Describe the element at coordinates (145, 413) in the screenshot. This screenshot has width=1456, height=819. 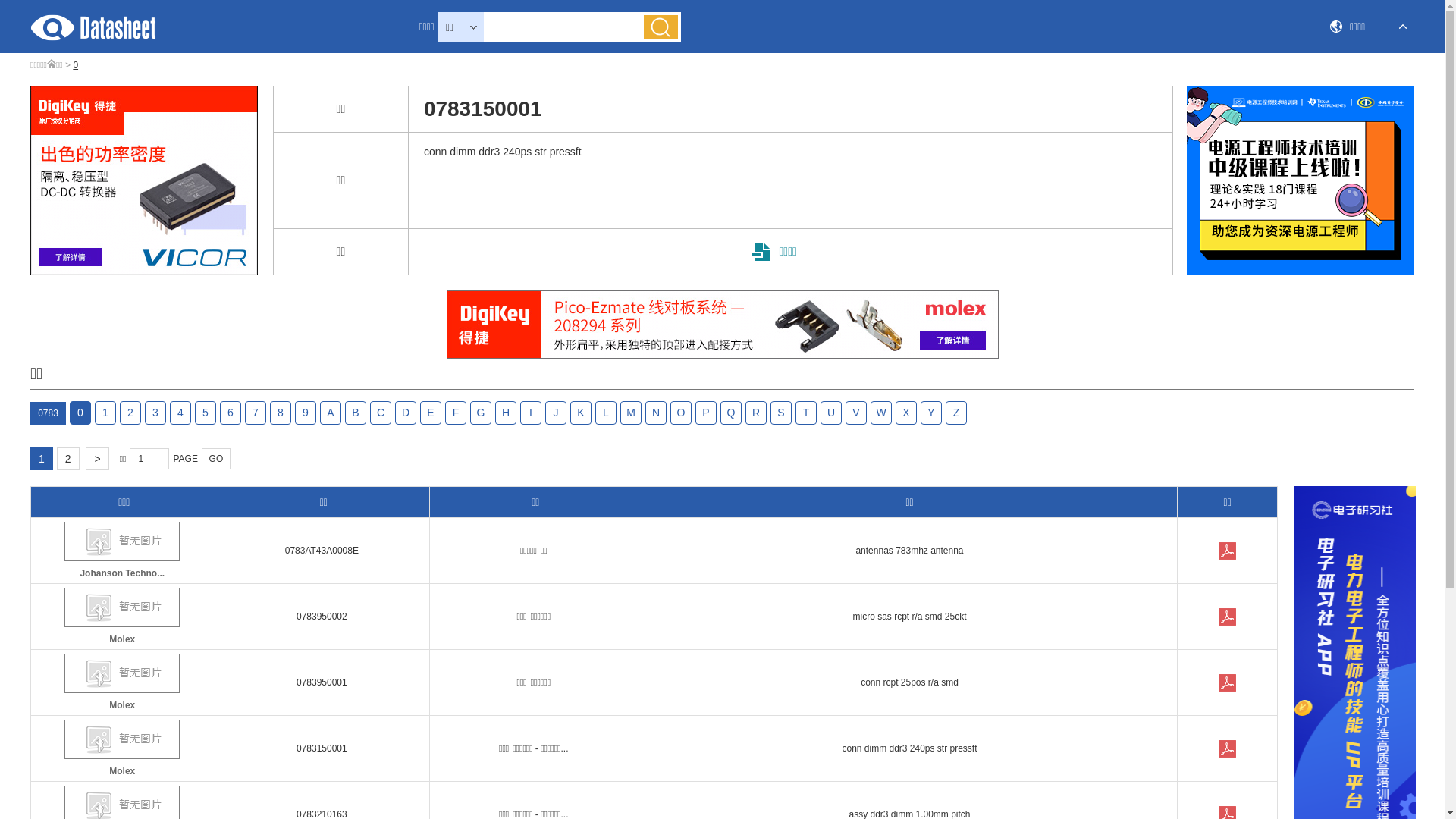
I see `'3'` at that location.